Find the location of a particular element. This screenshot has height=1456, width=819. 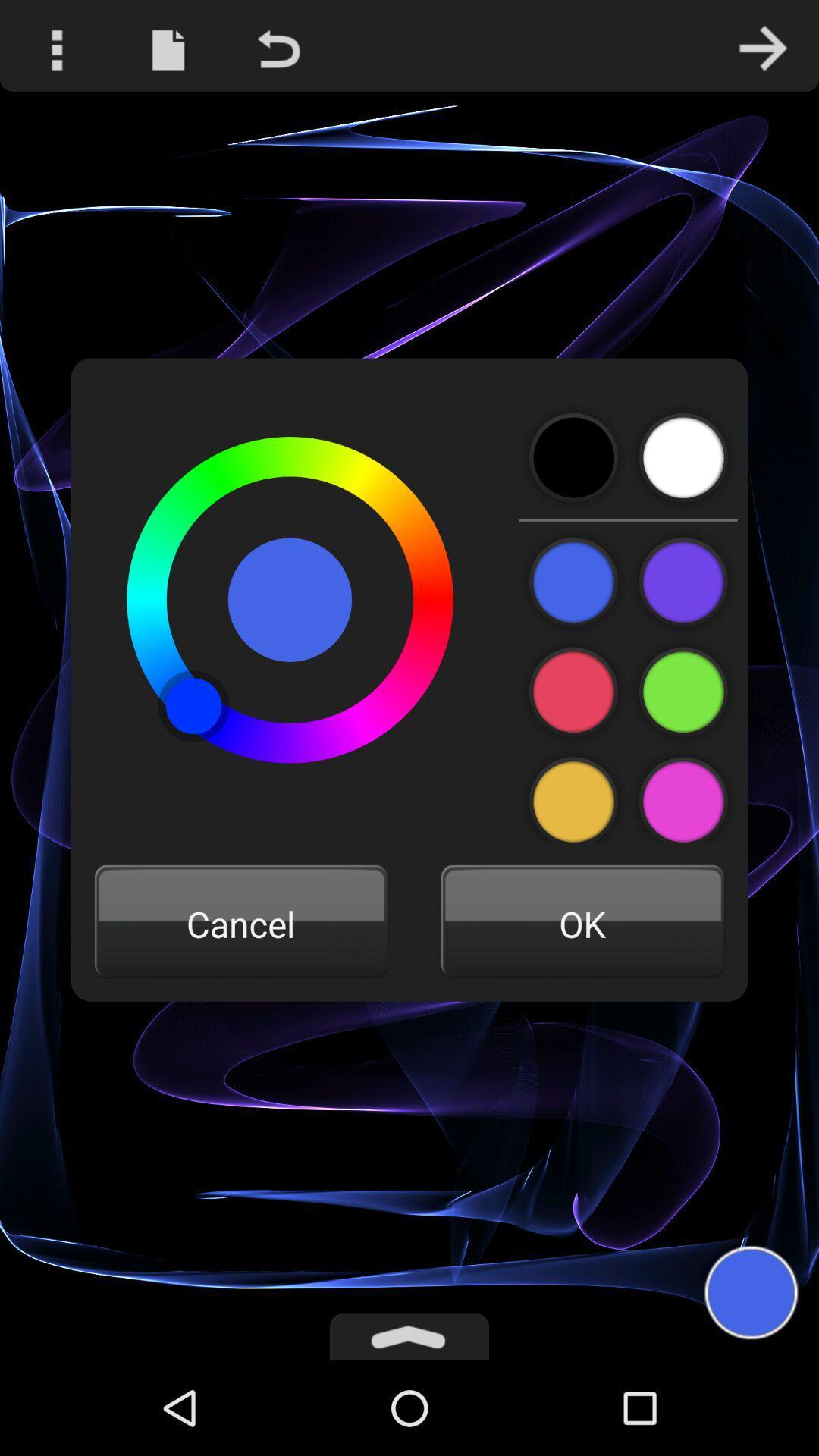

choose this color is located at coordinates (574, 692).